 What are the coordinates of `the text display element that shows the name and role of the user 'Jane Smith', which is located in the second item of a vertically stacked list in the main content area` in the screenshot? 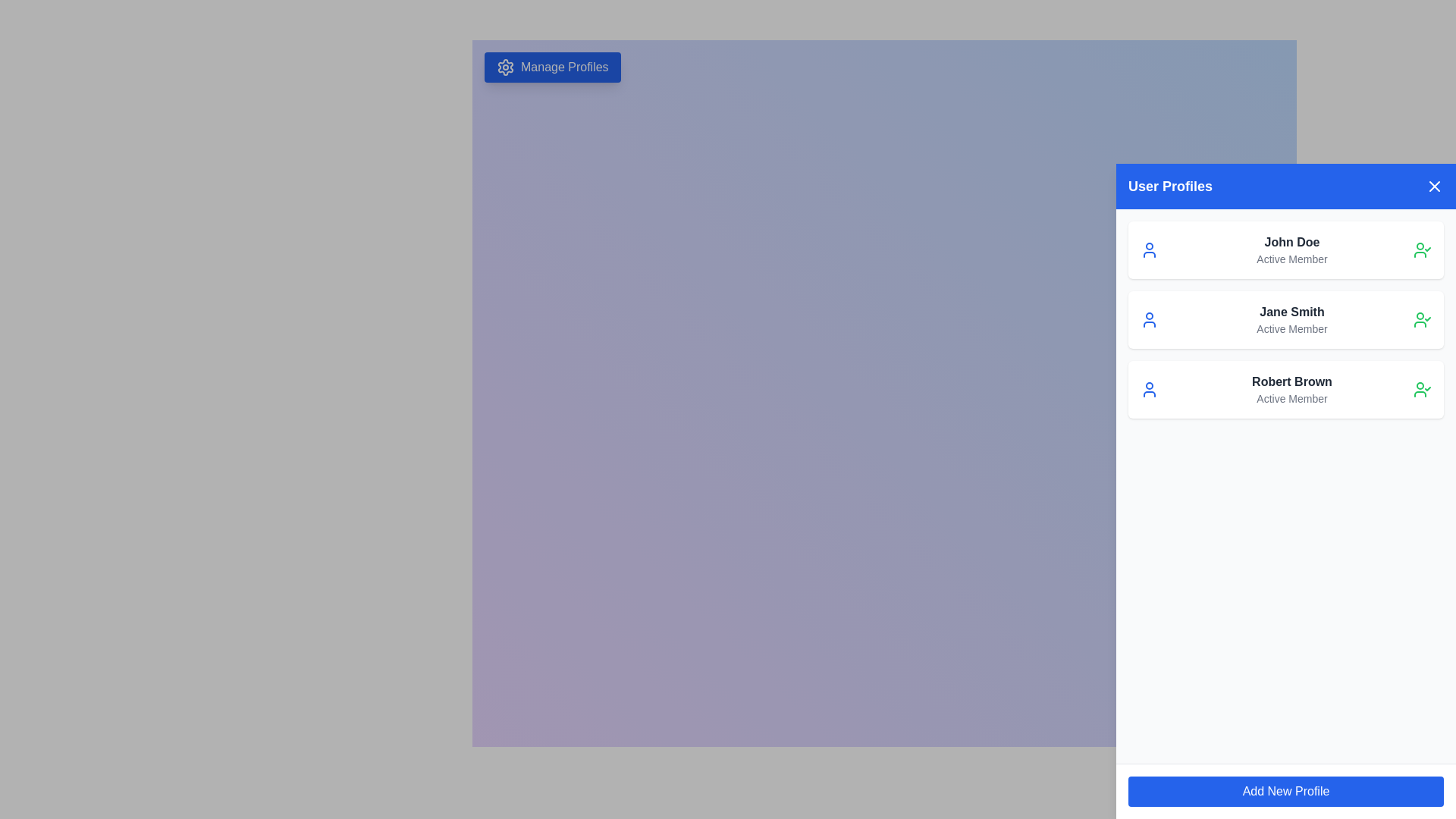 It's located at (1291, 318).